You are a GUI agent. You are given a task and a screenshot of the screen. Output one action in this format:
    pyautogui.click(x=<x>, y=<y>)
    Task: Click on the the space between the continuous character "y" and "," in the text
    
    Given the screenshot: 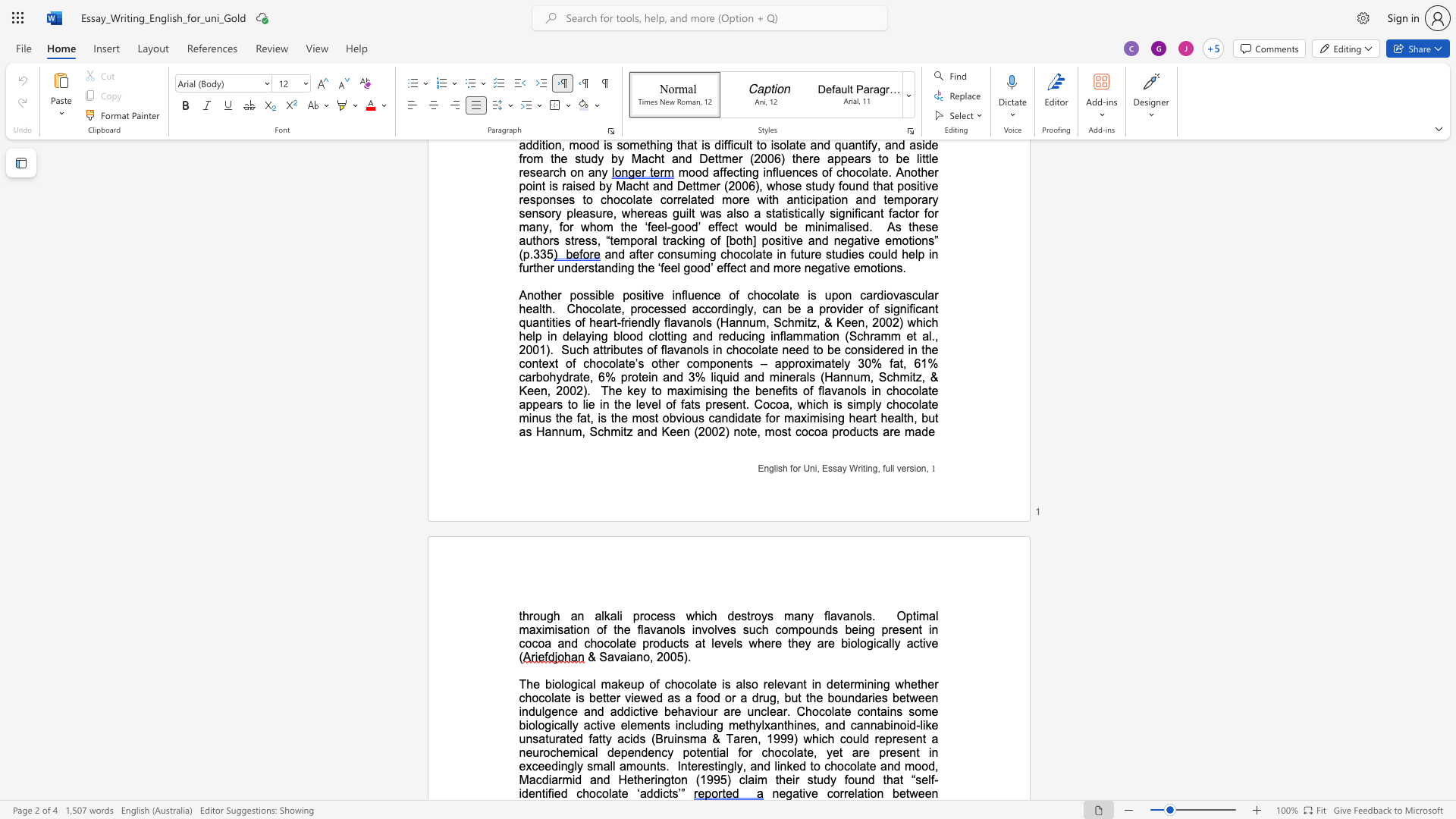 What is the action you would take?
    pyautogui.click(x=742, y=766)
    